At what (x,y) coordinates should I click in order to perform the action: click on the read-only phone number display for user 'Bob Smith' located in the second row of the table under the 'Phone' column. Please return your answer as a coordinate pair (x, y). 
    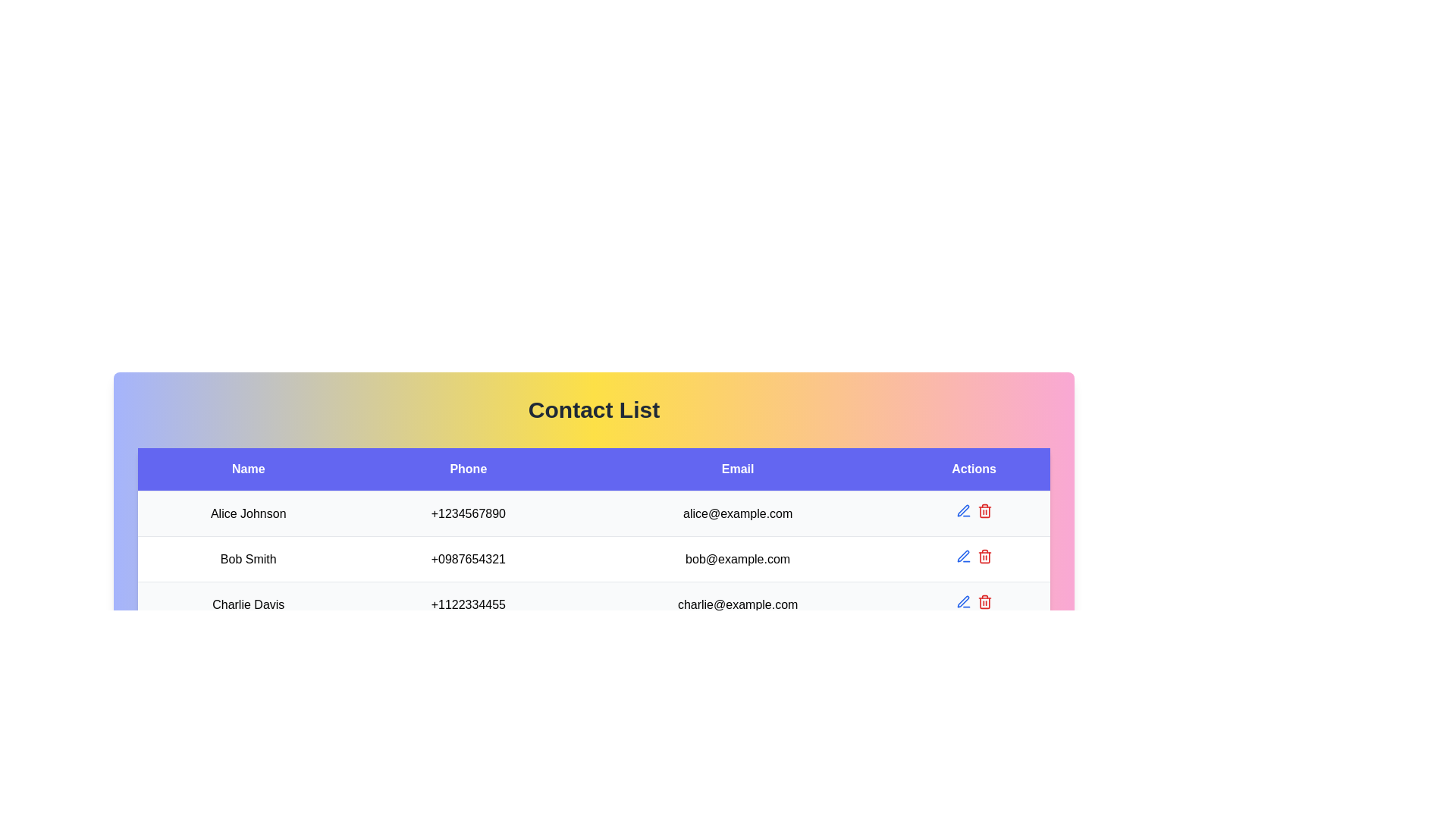
    Looking at the image, I should click on (467, 559).